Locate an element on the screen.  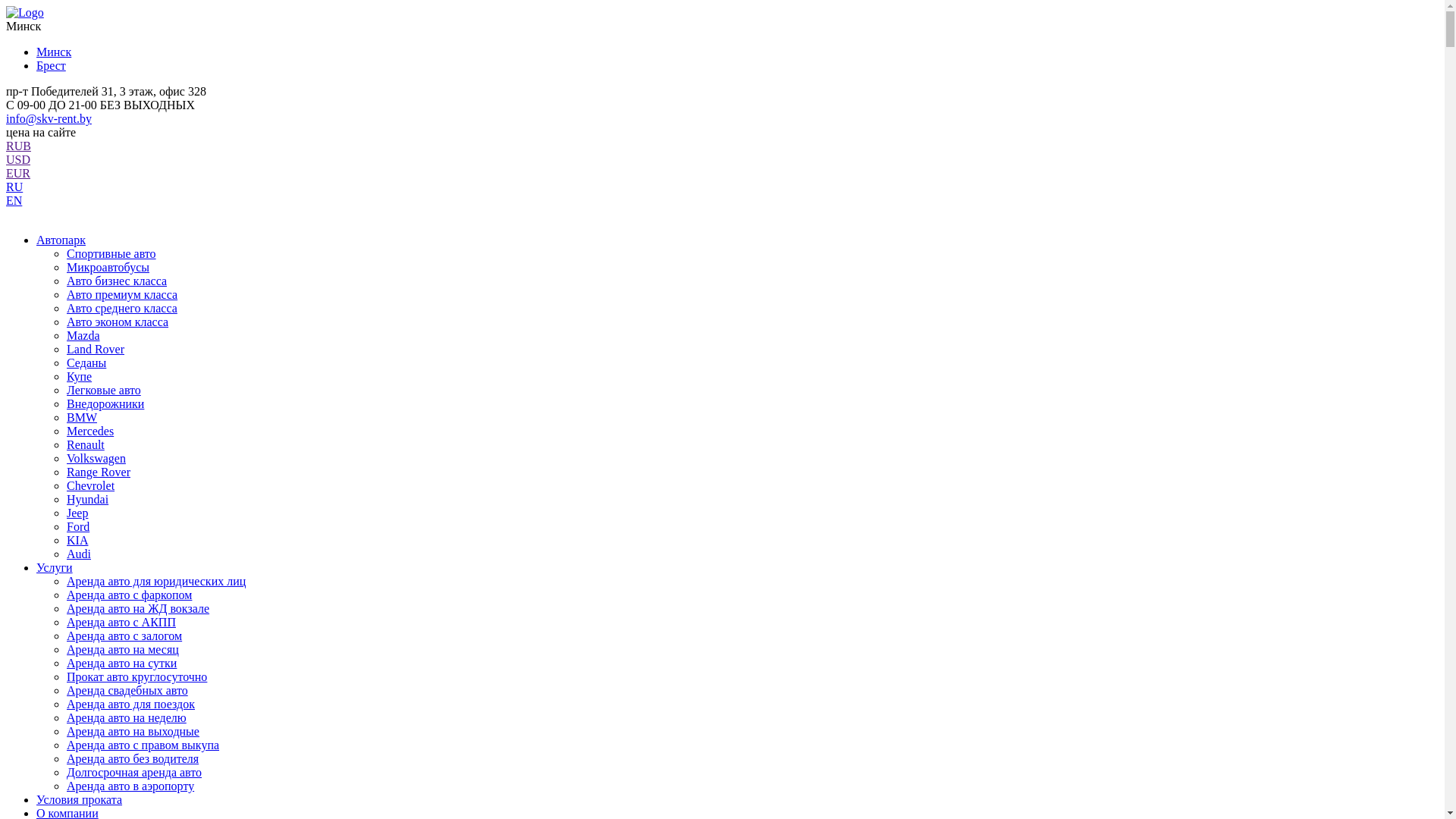
'Land Rover' is located at coordinates (94, 349).